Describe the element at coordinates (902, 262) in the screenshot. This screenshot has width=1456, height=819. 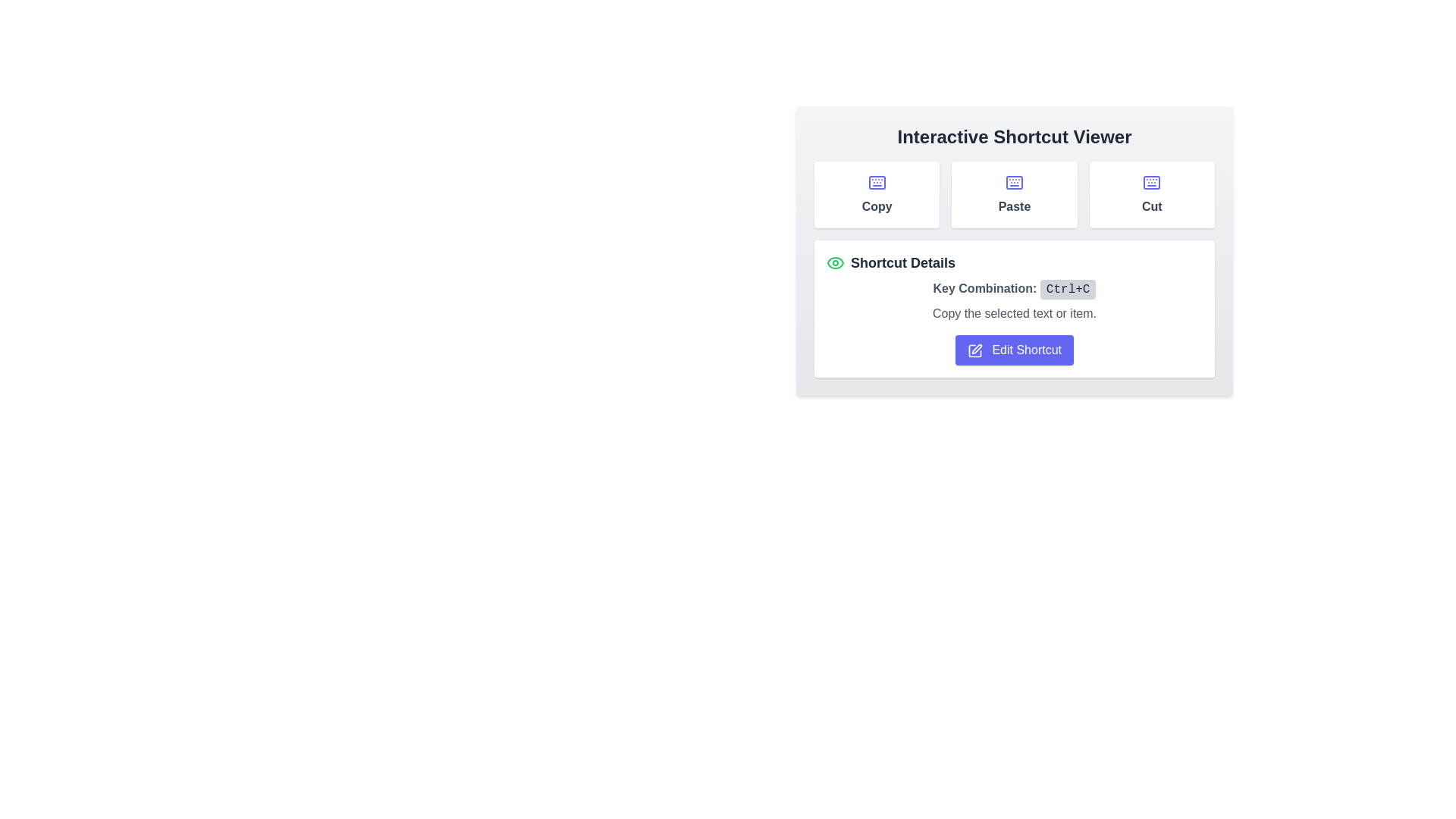
I see `the bold text label reading 'Shortcut Details' located next to the eye icon in the 'Interactive Shortcut Viewer' section` at that location.